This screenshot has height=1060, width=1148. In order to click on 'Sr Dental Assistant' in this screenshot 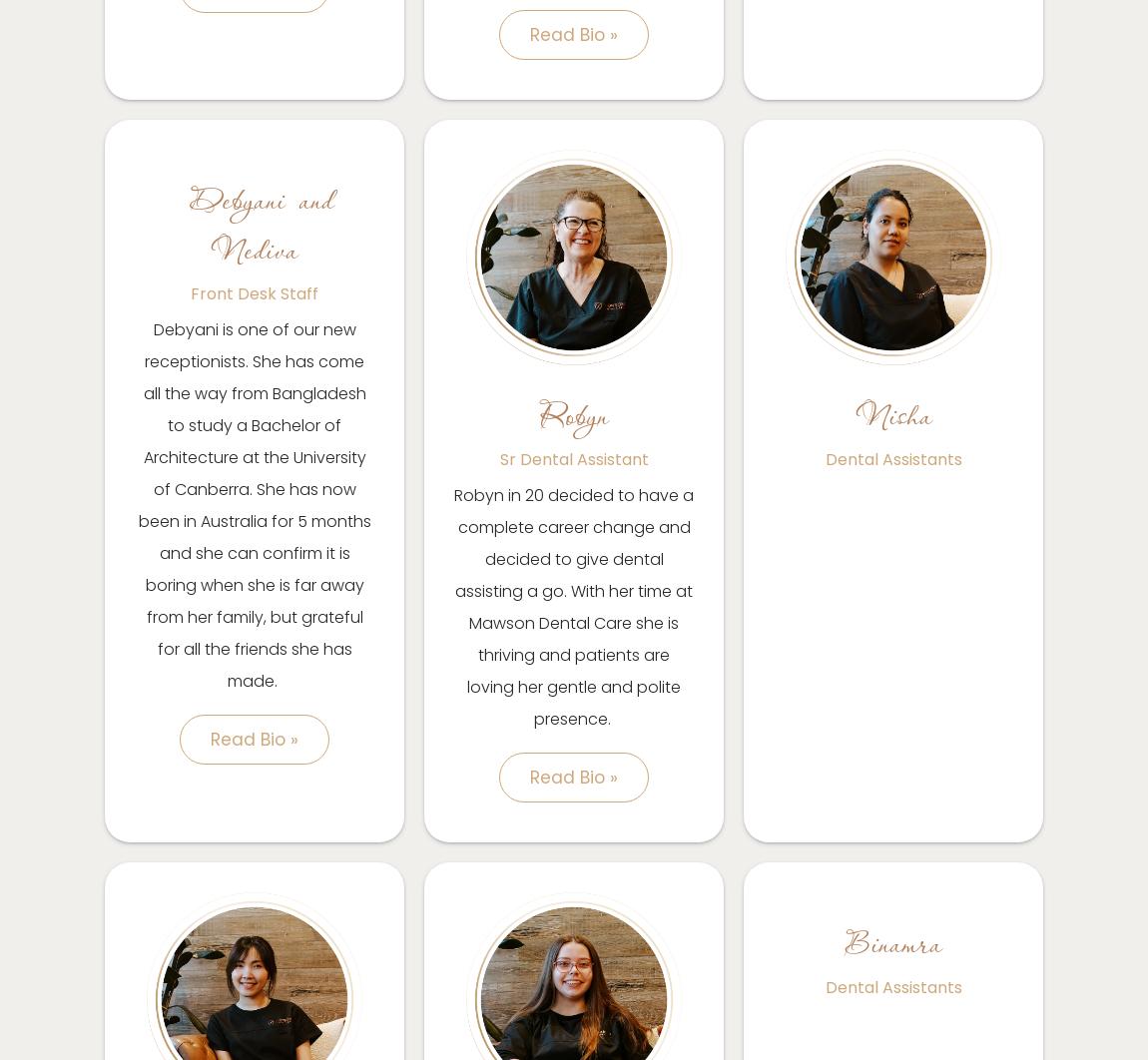, I will do `click(499, 458)`.